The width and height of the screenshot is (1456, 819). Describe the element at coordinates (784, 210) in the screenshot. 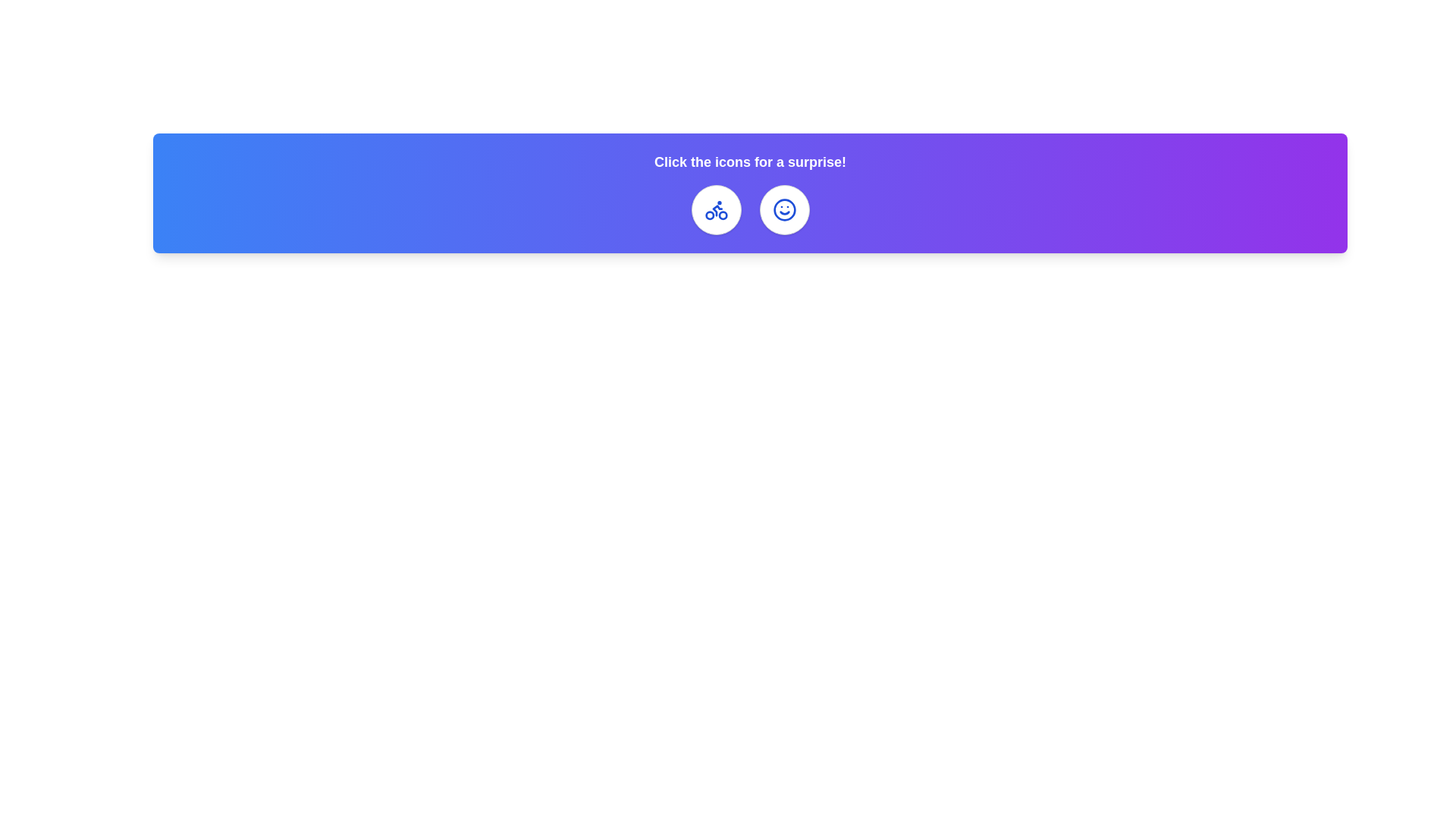

I see `the cheerful icon button located to the right of the bicycle icon` at that location.